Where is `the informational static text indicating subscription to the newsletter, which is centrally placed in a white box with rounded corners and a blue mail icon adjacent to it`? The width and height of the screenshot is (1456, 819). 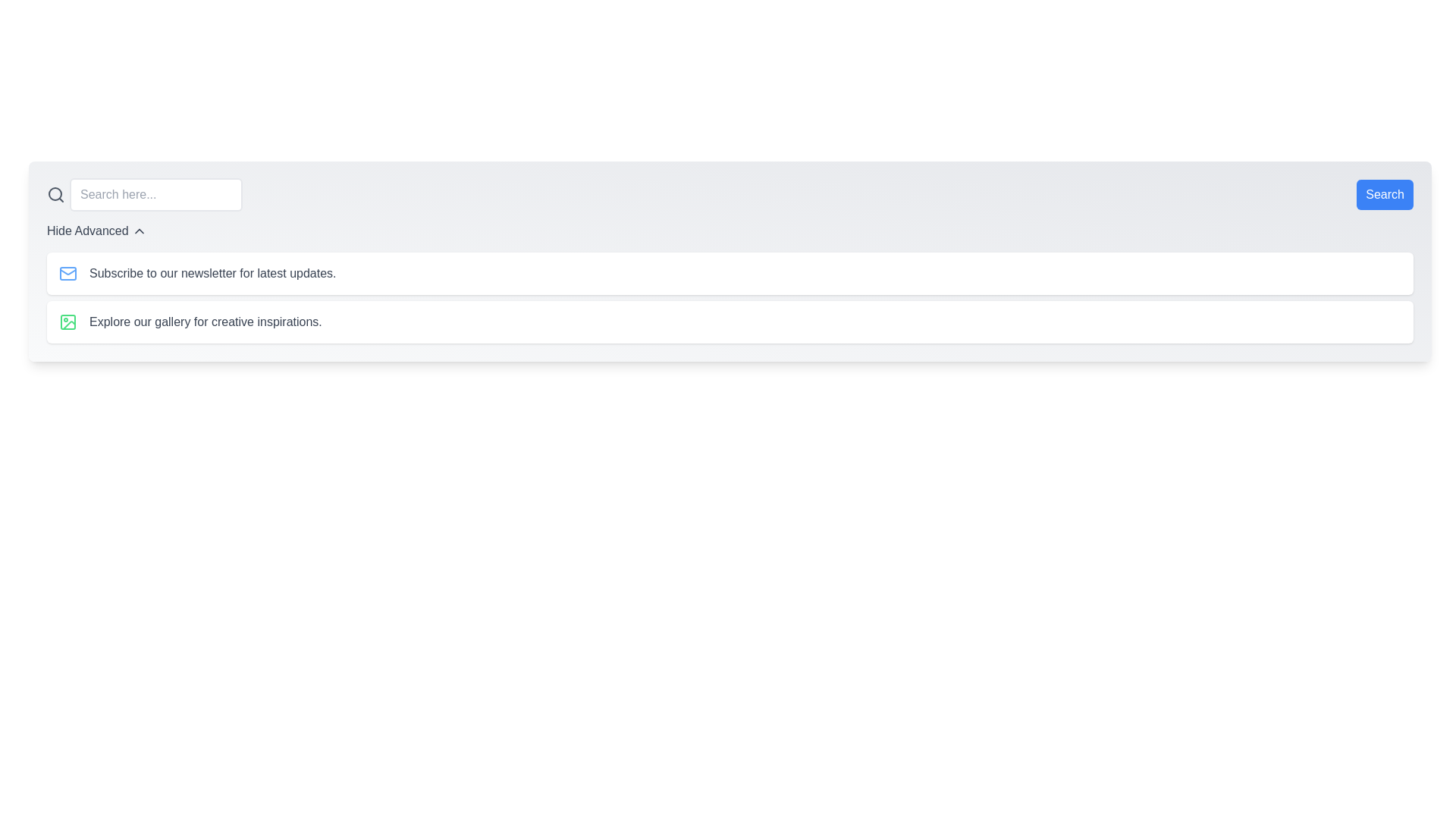 the informational static text indicating subscription to the newsletter, which is centrally placed in a white box with rounded corners and a blue mail icon adjacent to it is located at coordinates (212, 274).